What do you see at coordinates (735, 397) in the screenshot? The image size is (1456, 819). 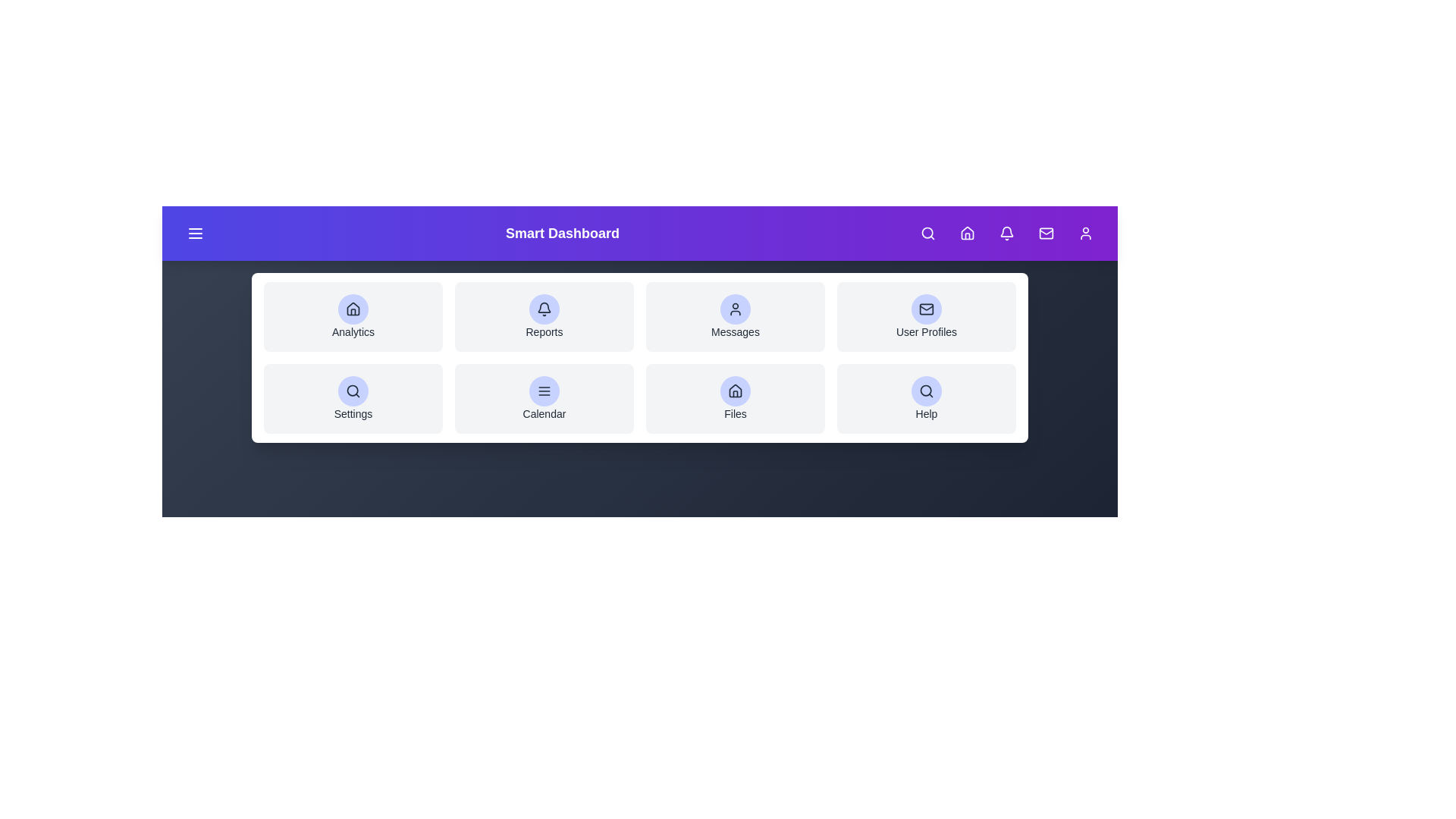 I see `the element labeled Files to observe its hover effect` at bounding box center [735, 397].